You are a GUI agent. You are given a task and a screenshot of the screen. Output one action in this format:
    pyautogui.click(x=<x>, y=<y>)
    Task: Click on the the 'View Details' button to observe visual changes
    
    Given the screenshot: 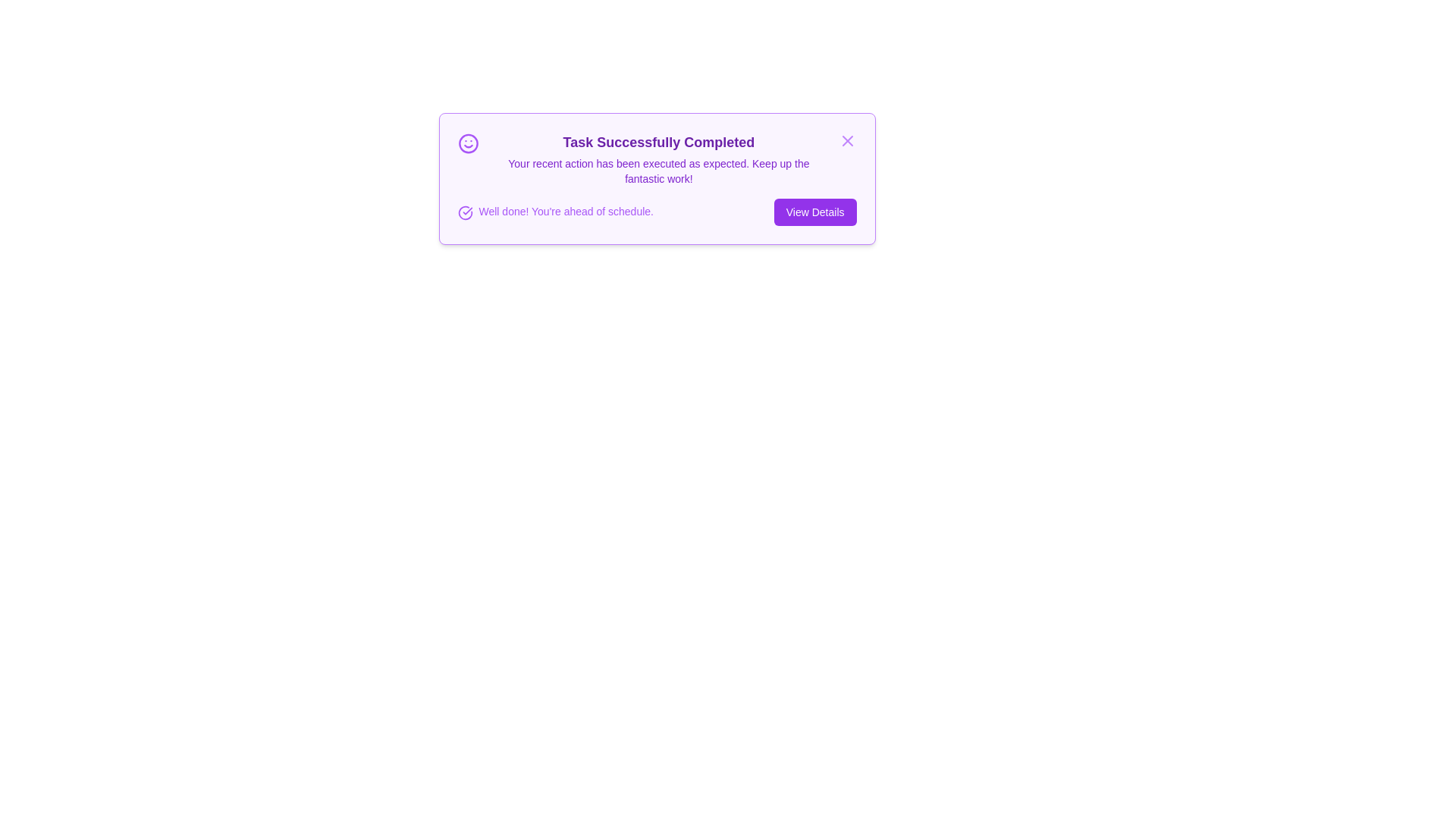 What is the action you would take?
    pyautogui.click(x=814, y=212)
    